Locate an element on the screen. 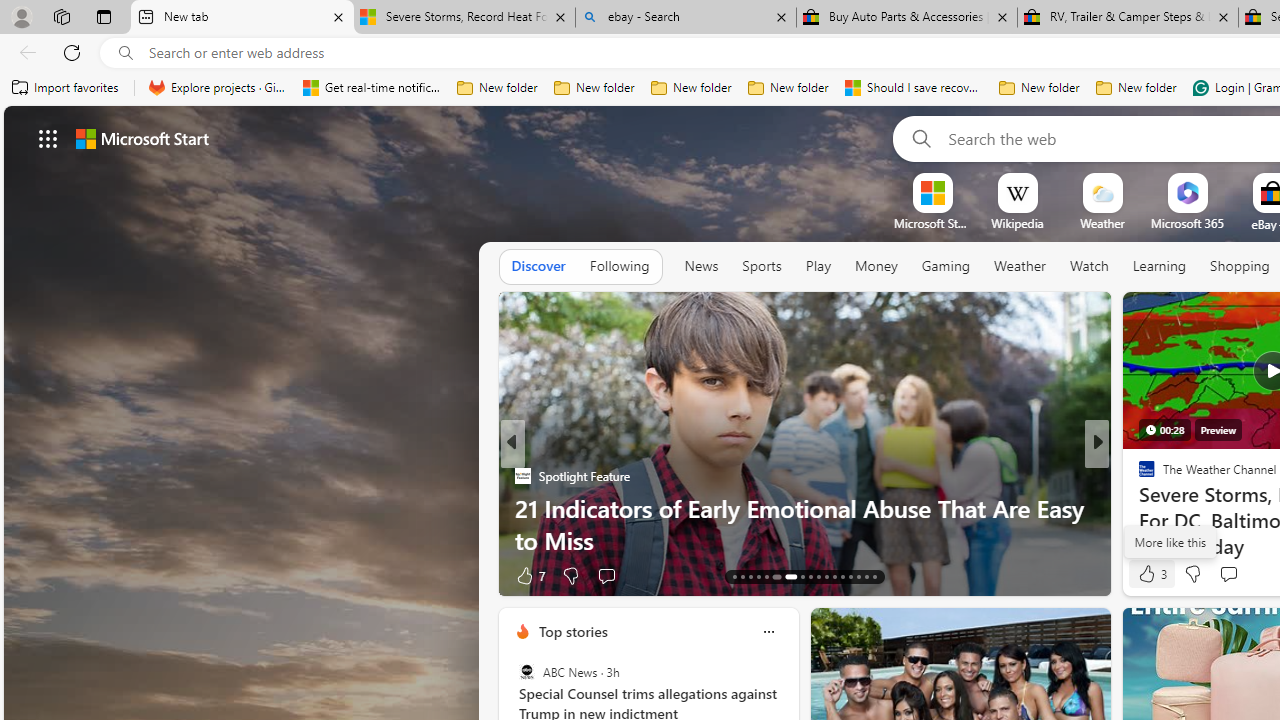  'Microsoft start' is located at coordinates (141, 137).